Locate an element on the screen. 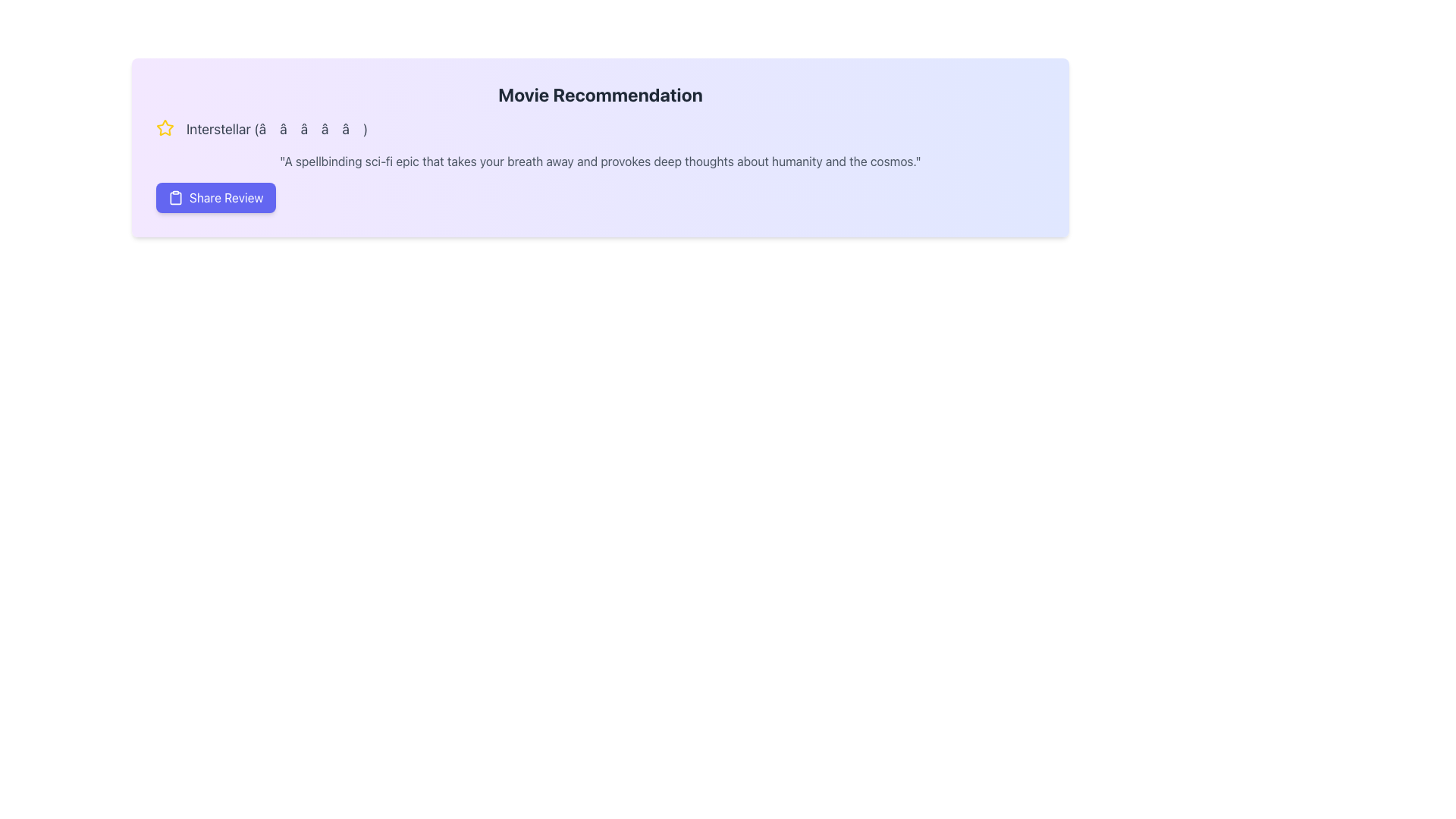 Image resolution: width=1456 pixels, height=819 pixels. the first star icon in the rating system, which is located before the text 'Interstellar' is located at coordinates (165, 127).